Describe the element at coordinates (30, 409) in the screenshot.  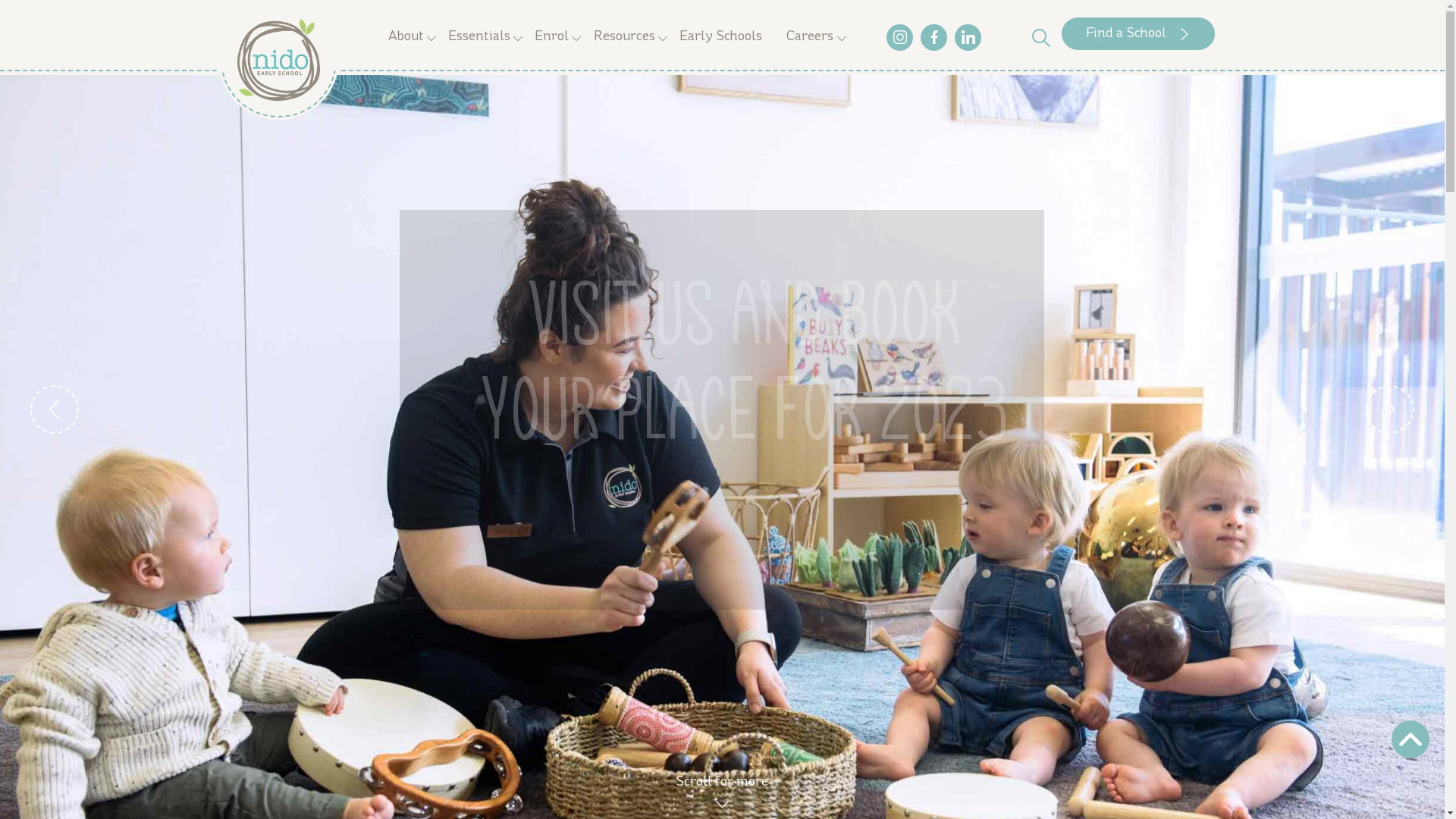
I see `'Previous'` at that location.